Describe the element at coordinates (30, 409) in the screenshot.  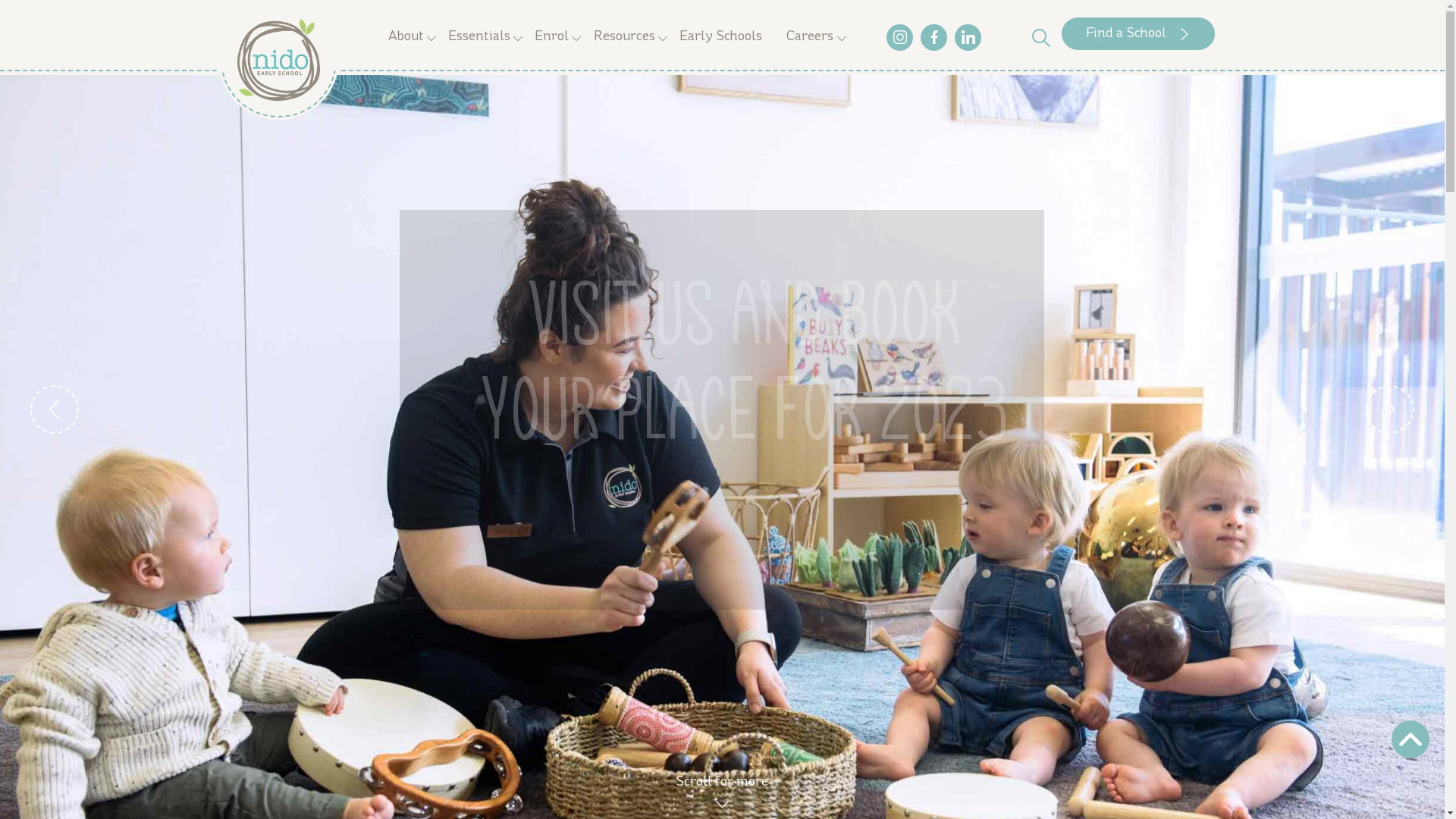
I see `'Previous'` at that location.